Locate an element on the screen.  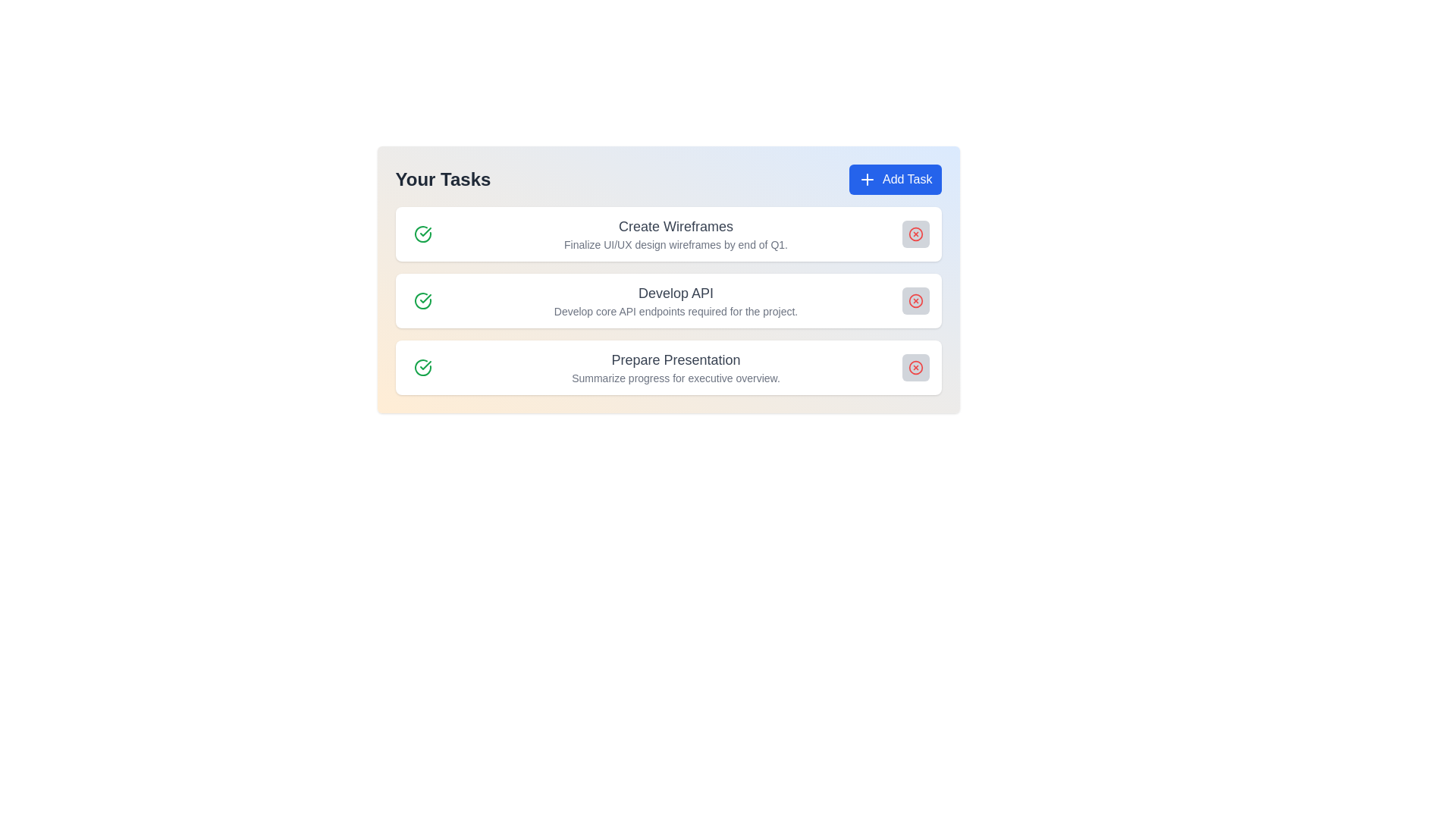
the green check mark icon within the circular boundary, which is part of the task entry labeled 'Develop API' is located at coordinates (425, 231).